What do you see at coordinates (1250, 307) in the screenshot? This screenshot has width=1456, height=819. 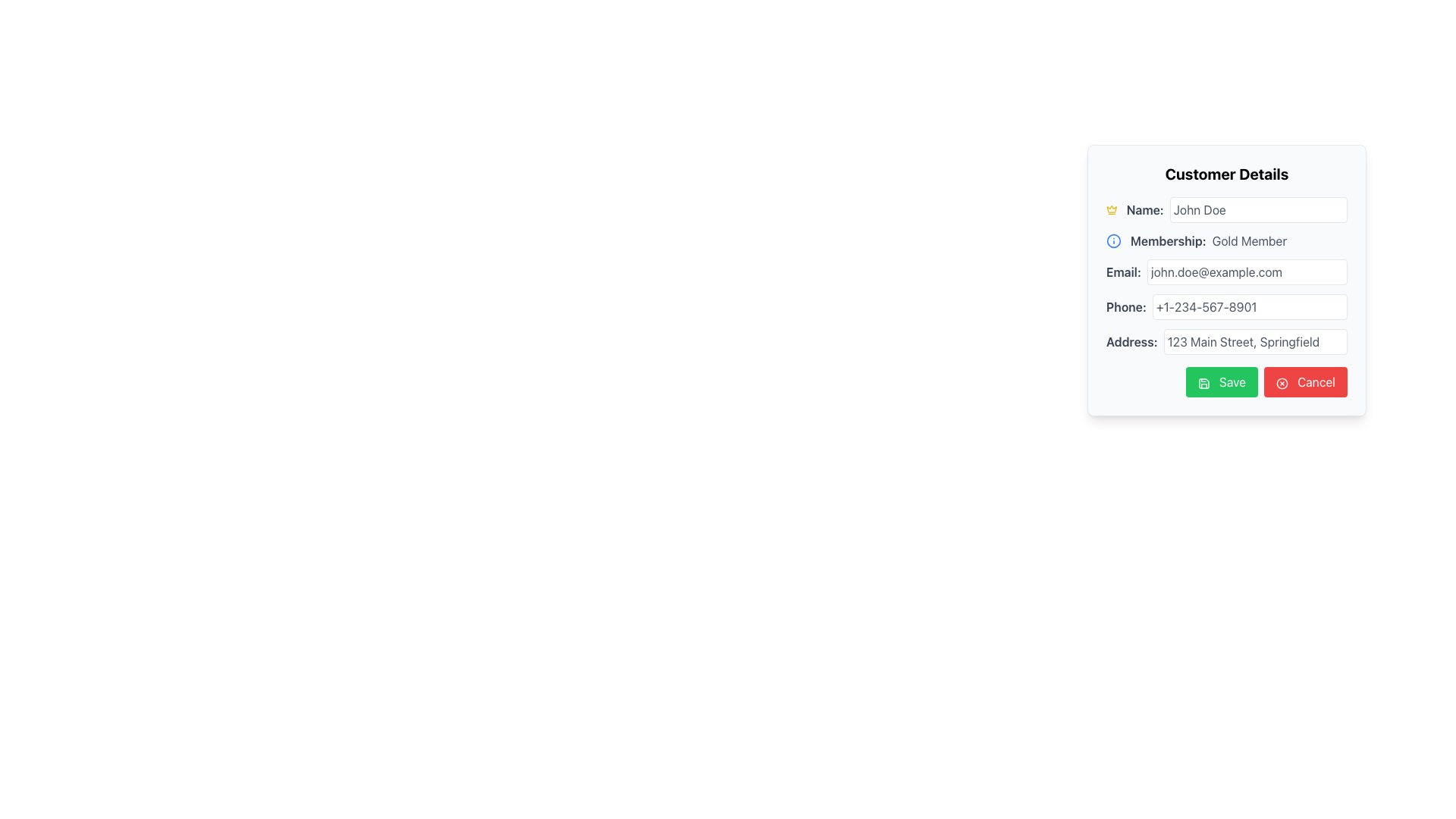 I see `the phone number input field` at bounding box center [1250, 307].